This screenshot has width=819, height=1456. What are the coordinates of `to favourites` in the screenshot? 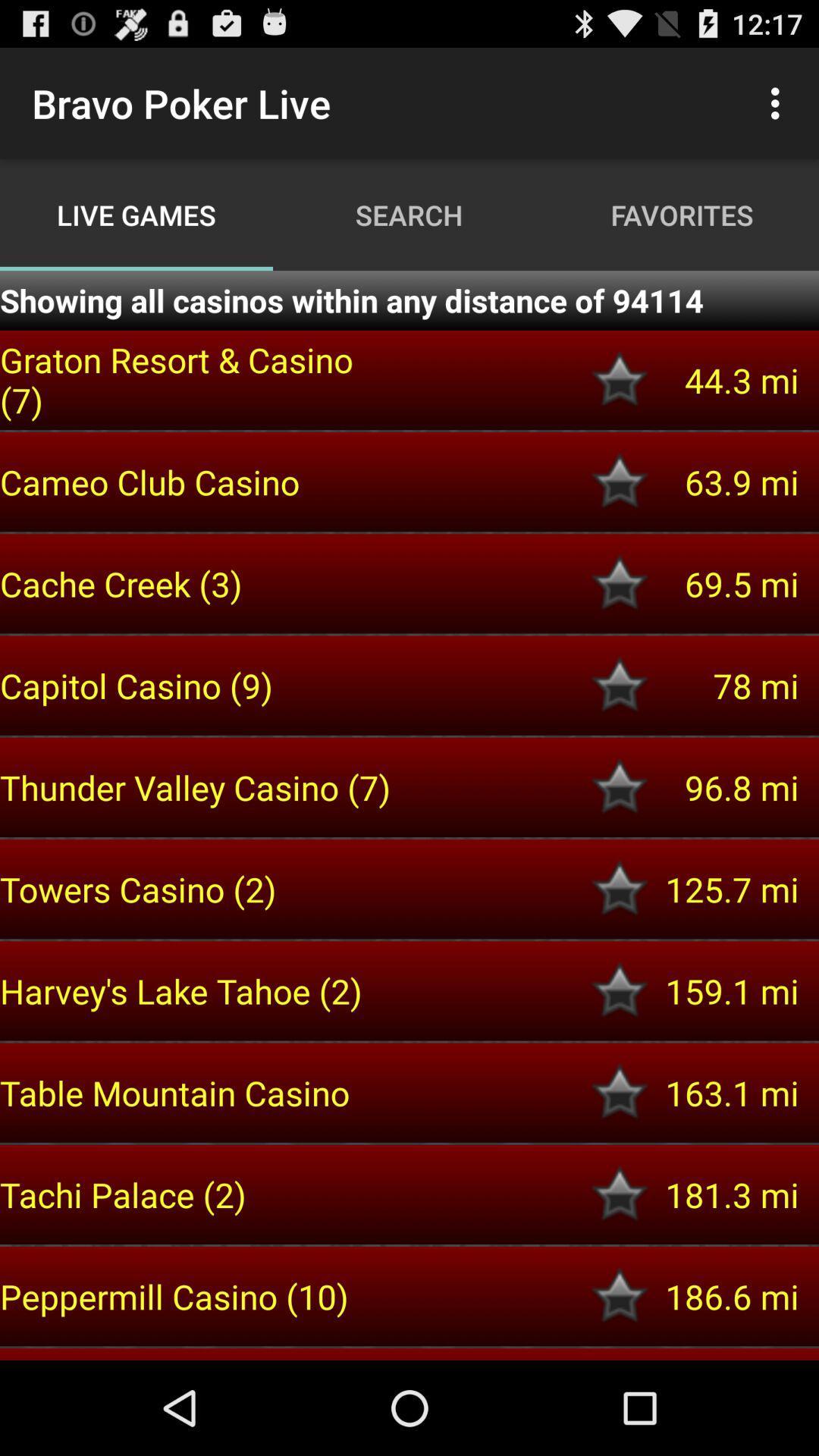 It's located at (620, 990).